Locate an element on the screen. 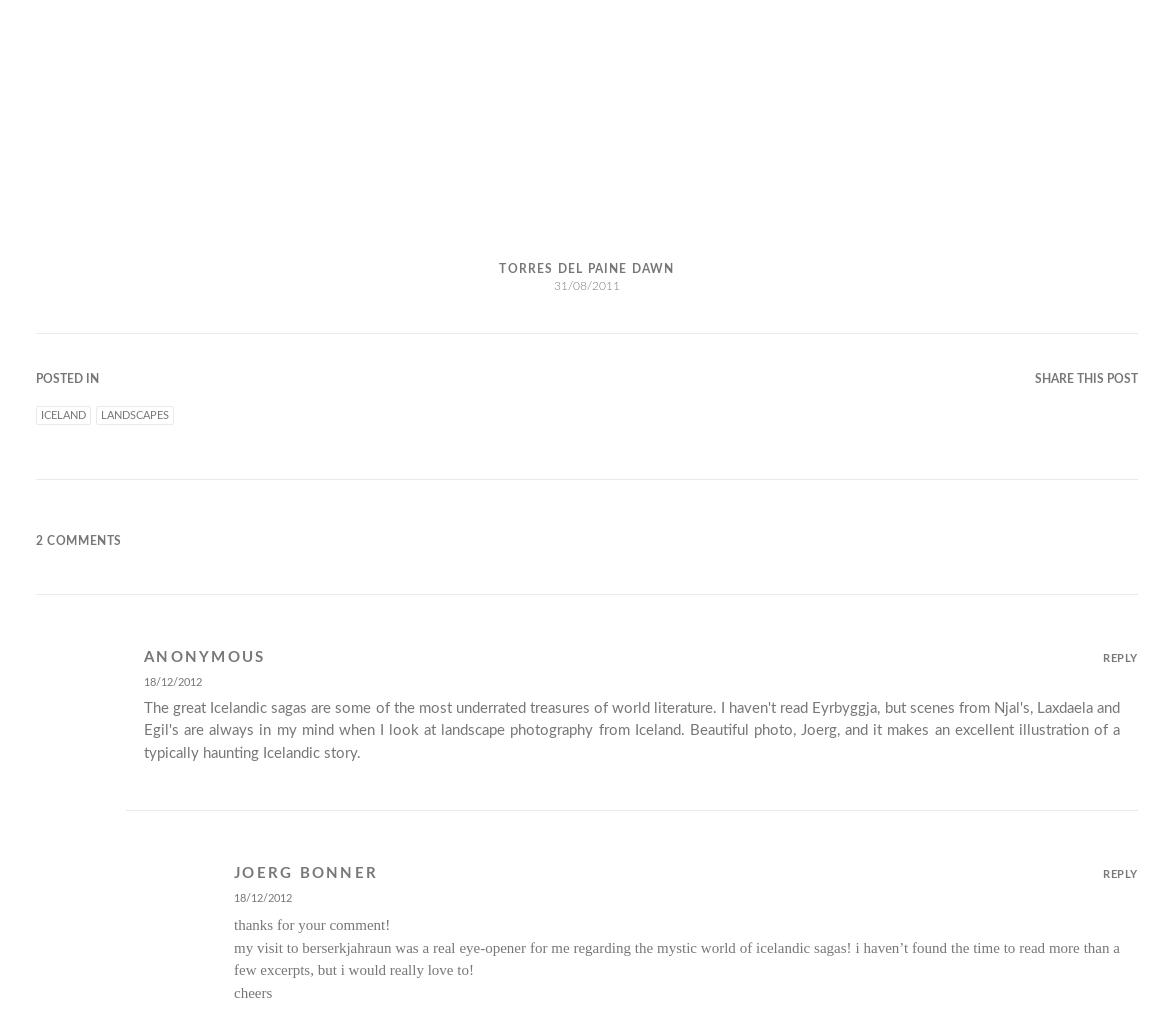 This screenshot has width=1174, height=1009. 'thanks for your comment!' is located at coordinates (311, 924).